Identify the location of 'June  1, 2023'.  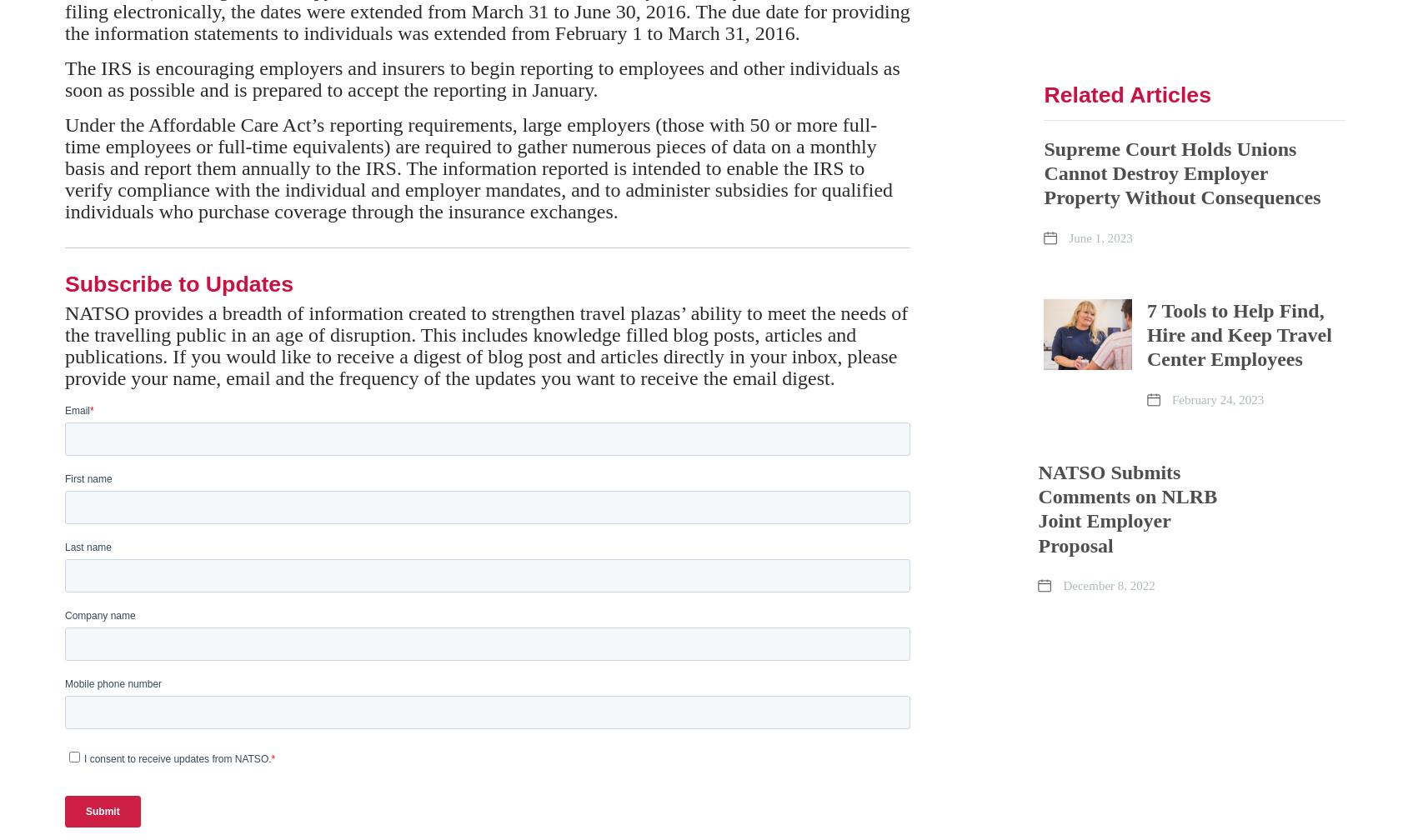
(1100, 237).